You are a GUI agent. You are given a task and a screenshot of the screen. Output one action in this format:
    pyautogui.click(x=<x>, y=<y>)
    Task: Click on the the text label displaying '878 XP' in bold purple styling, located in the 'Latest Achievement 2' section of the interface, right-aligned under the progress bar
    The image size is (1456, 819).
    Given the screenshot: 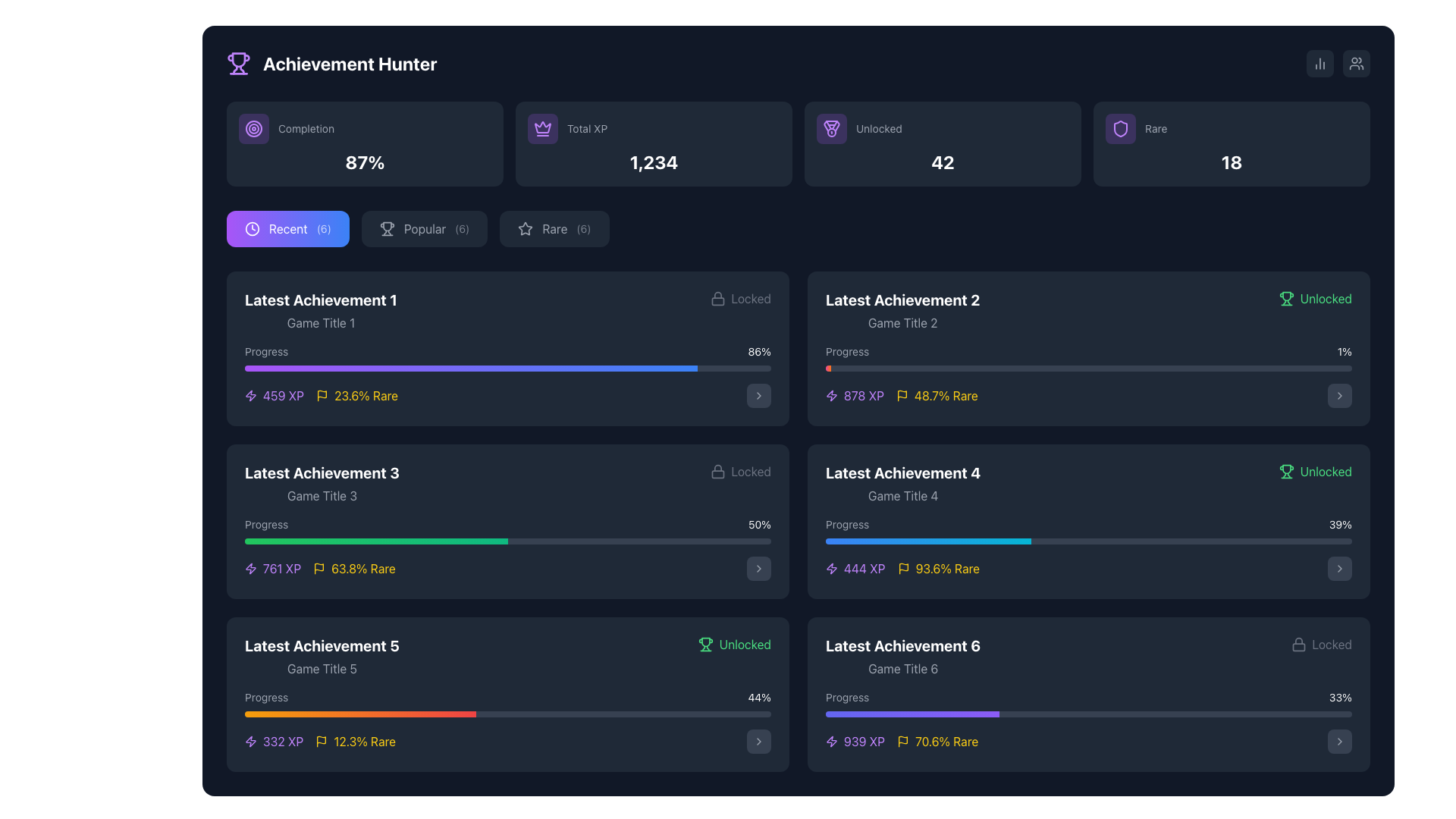 What is the action you would take?
    pyautogui.click(x=864, y=394)
    